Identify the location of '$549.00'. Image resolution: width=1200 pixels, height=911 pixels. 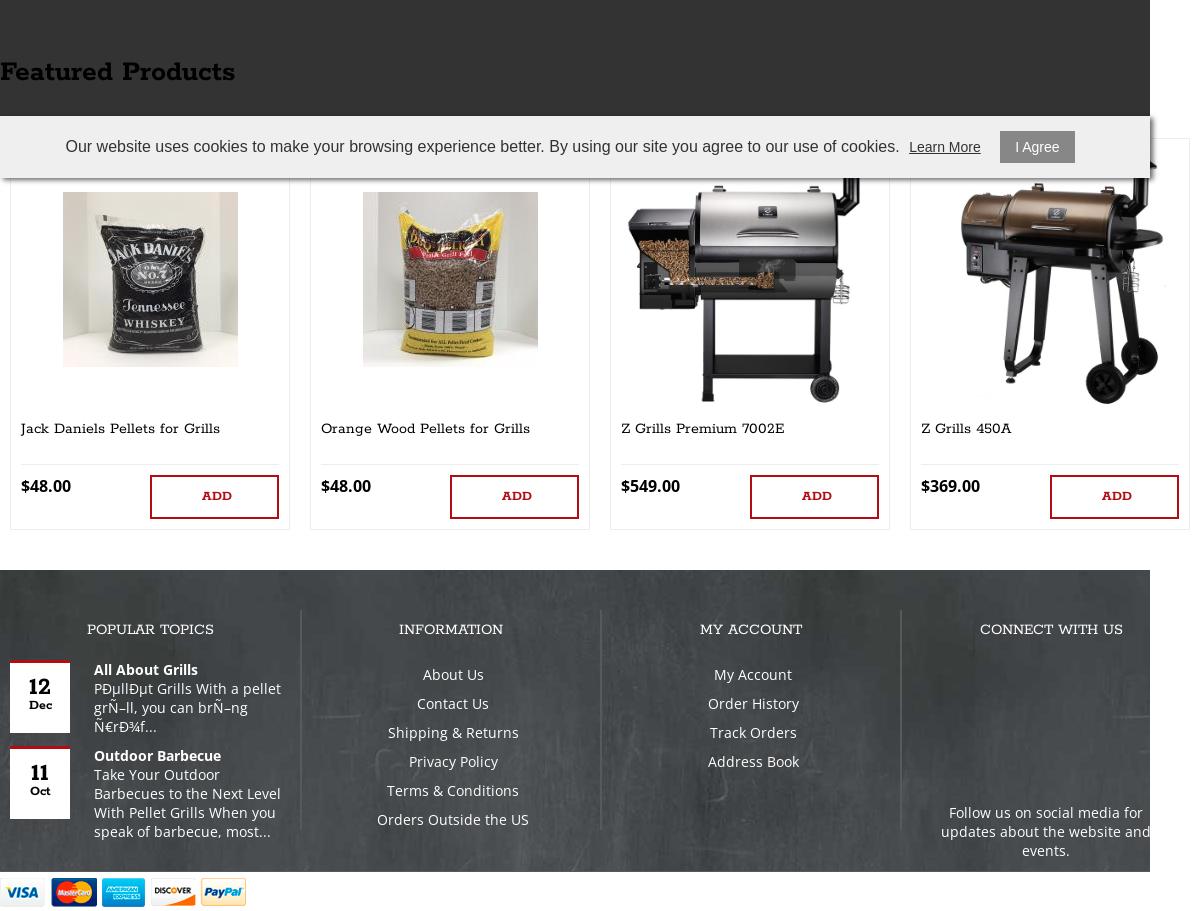
(650, 485).